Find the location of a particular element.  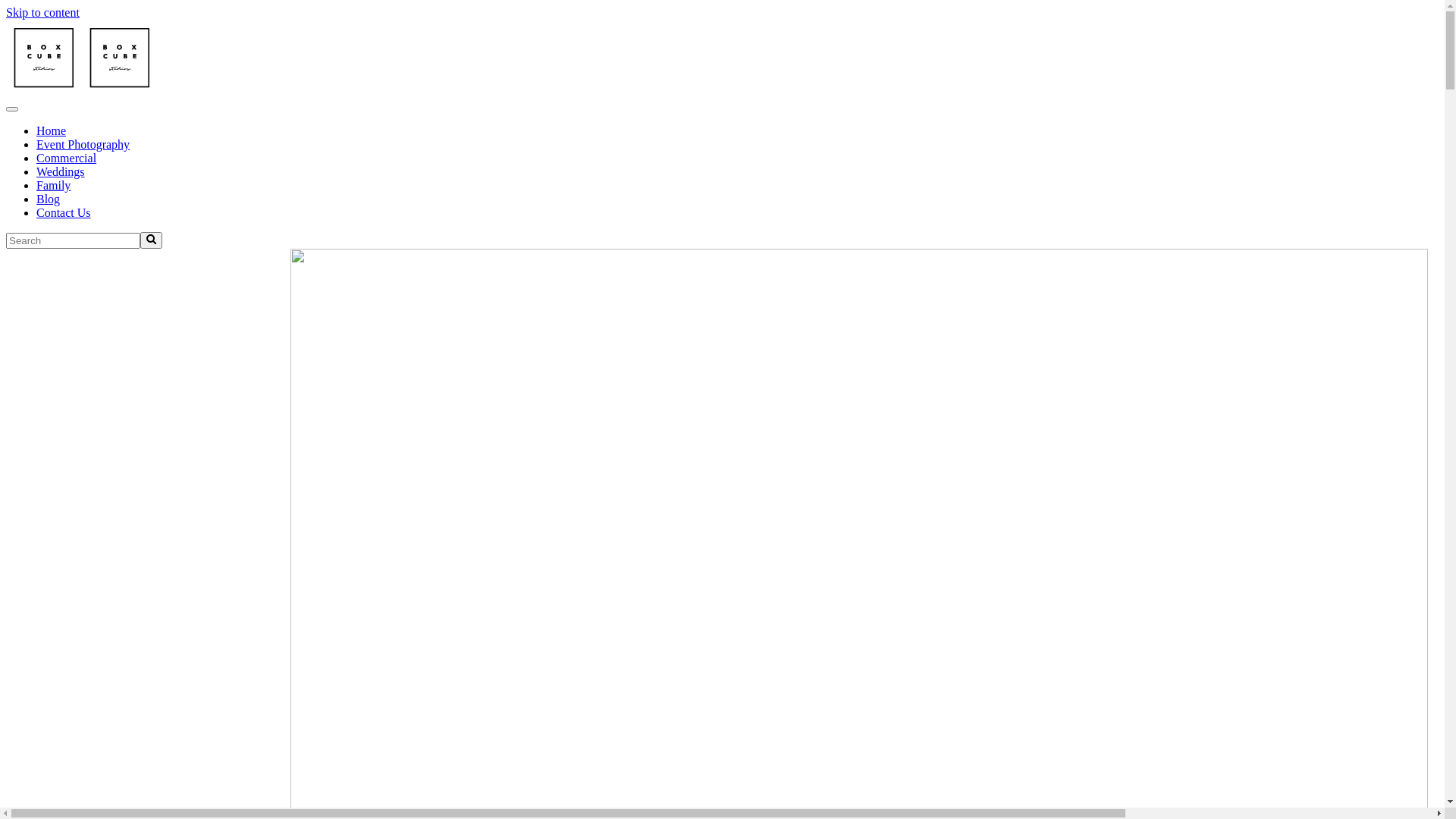

'Family' is located at coordinates (53, 184).